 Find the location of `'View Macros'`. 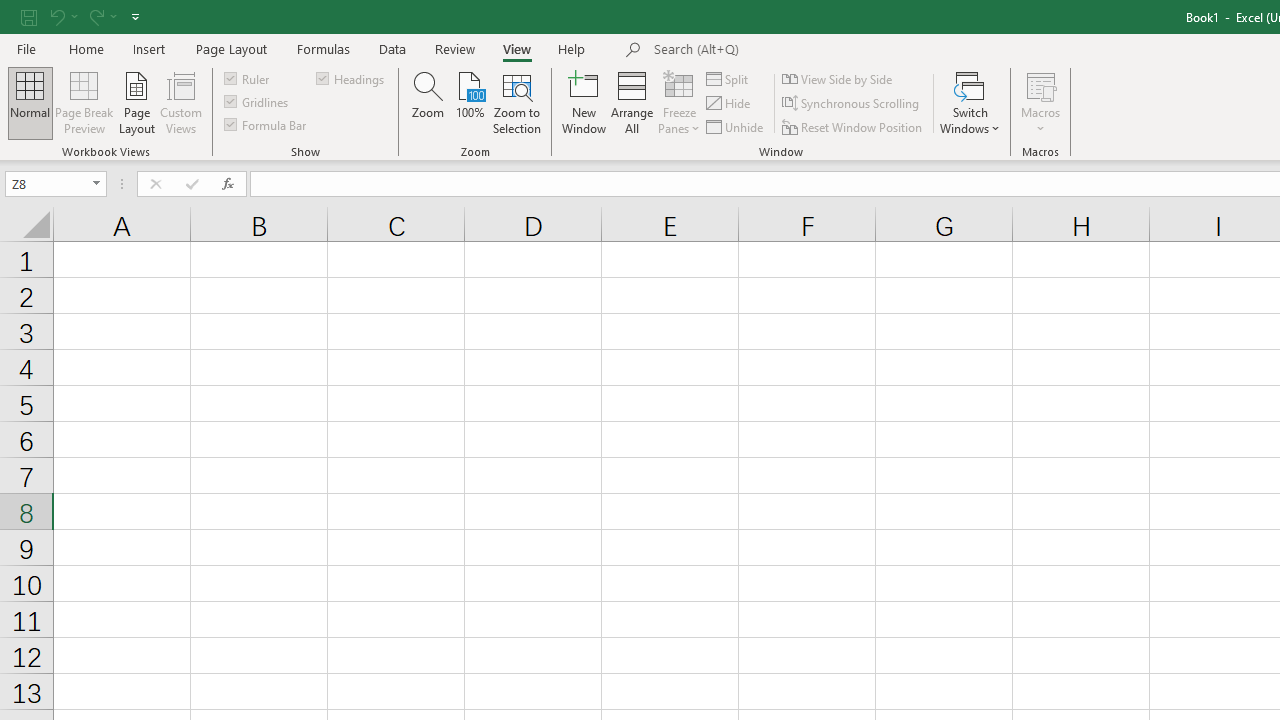

'View Macros' is located at coordinates (1040, 84).